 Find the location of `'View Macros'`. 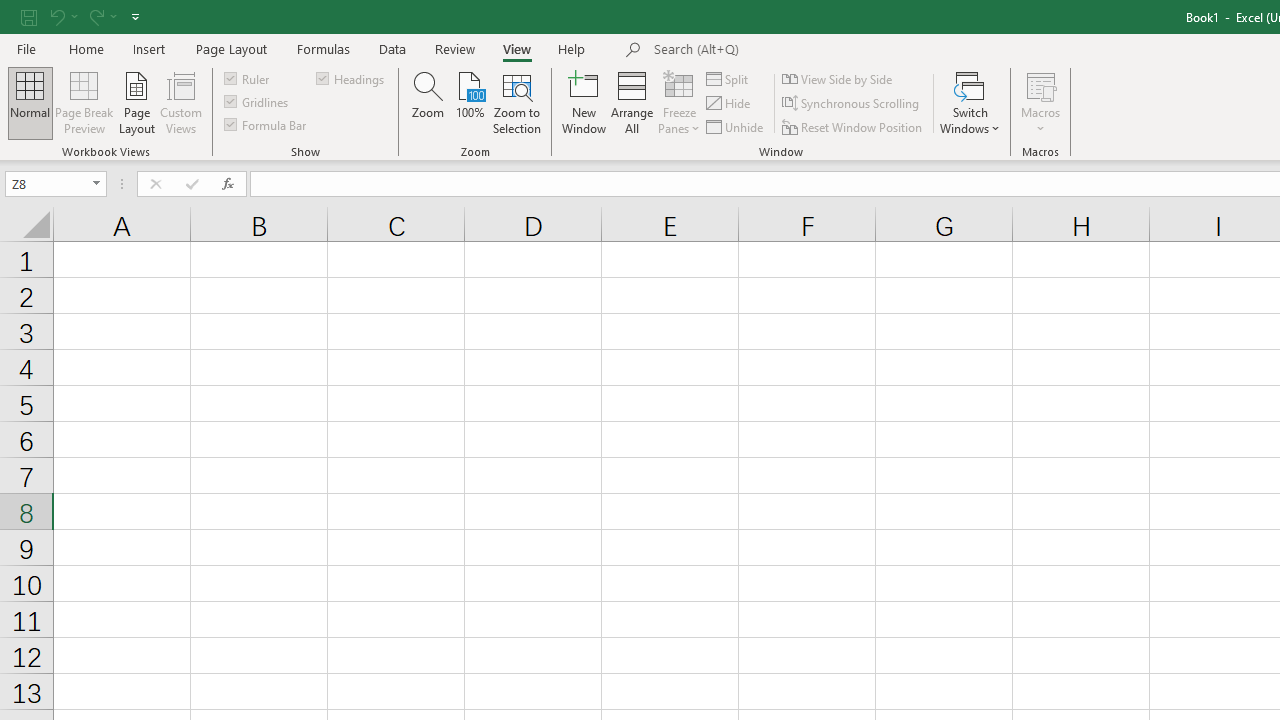

'View Macros' is located at coordinates (1040, 84).